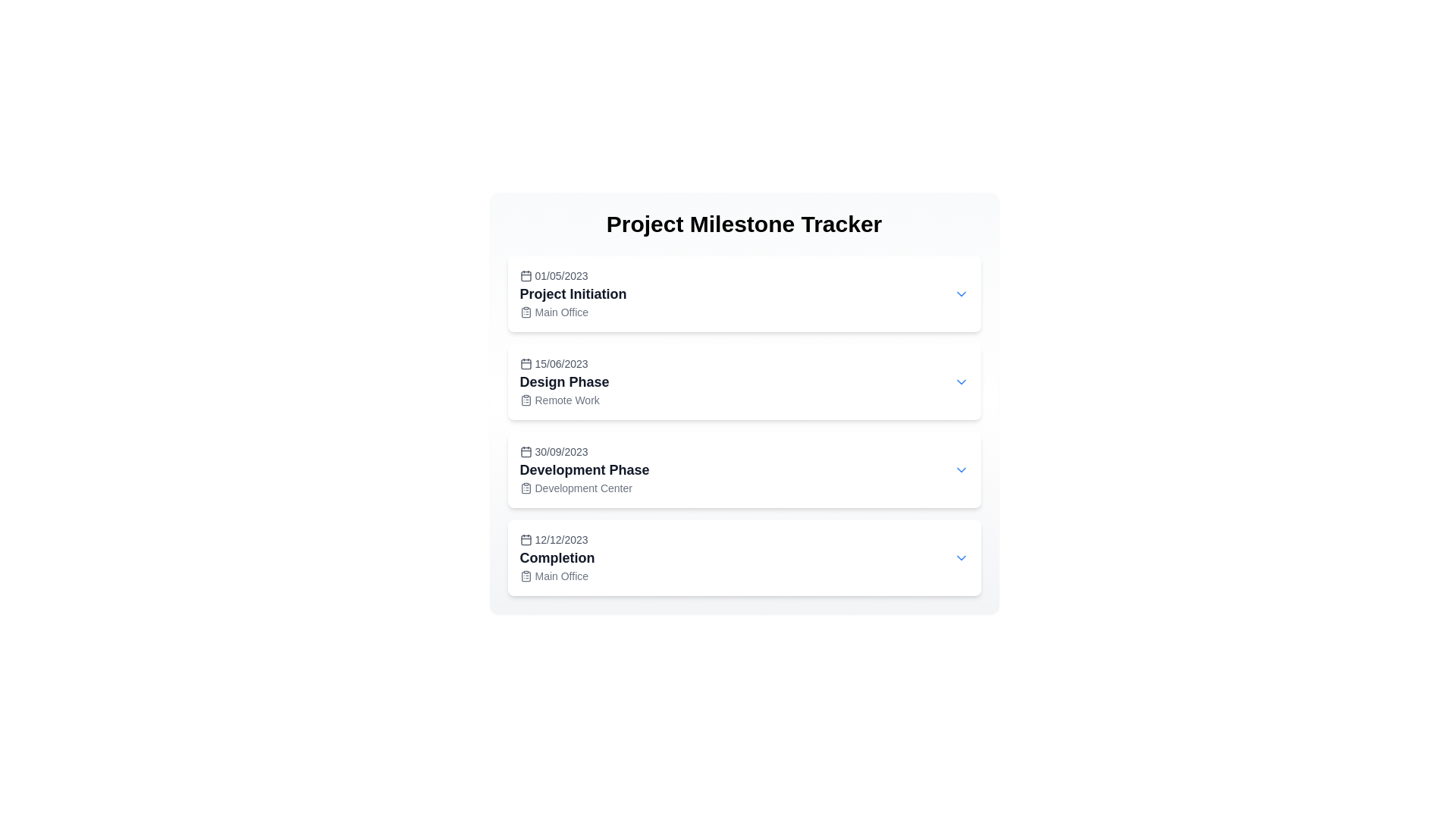 The image size is (1456, 819). What do you see at coordinates (526, 539) in the screenshot?
I see `the graphical rectangle that represents the calendar icon for the date '12/12/2023'` at bounding box center [526, 539].